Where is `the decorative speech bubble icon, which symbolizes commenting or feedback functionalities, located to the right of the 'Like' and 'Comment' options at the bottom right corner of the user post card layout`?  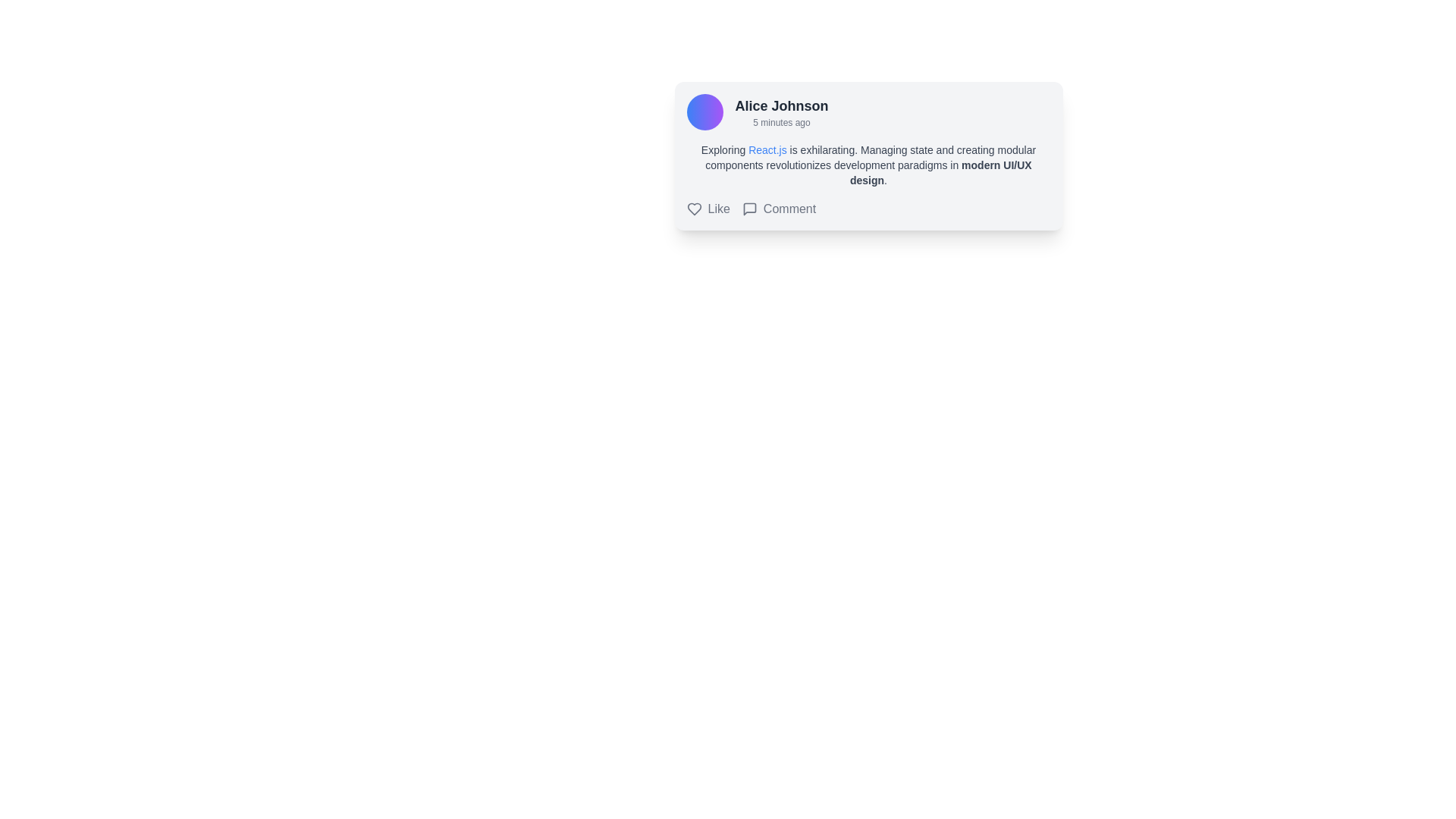 the decorative speech bubble icon, which symbolizes commenting or feedback functionalities, located to the right of the 'Like' and 'Comment' options at the bottom right corner of the user post card layout is located at coordinates (749, 209).